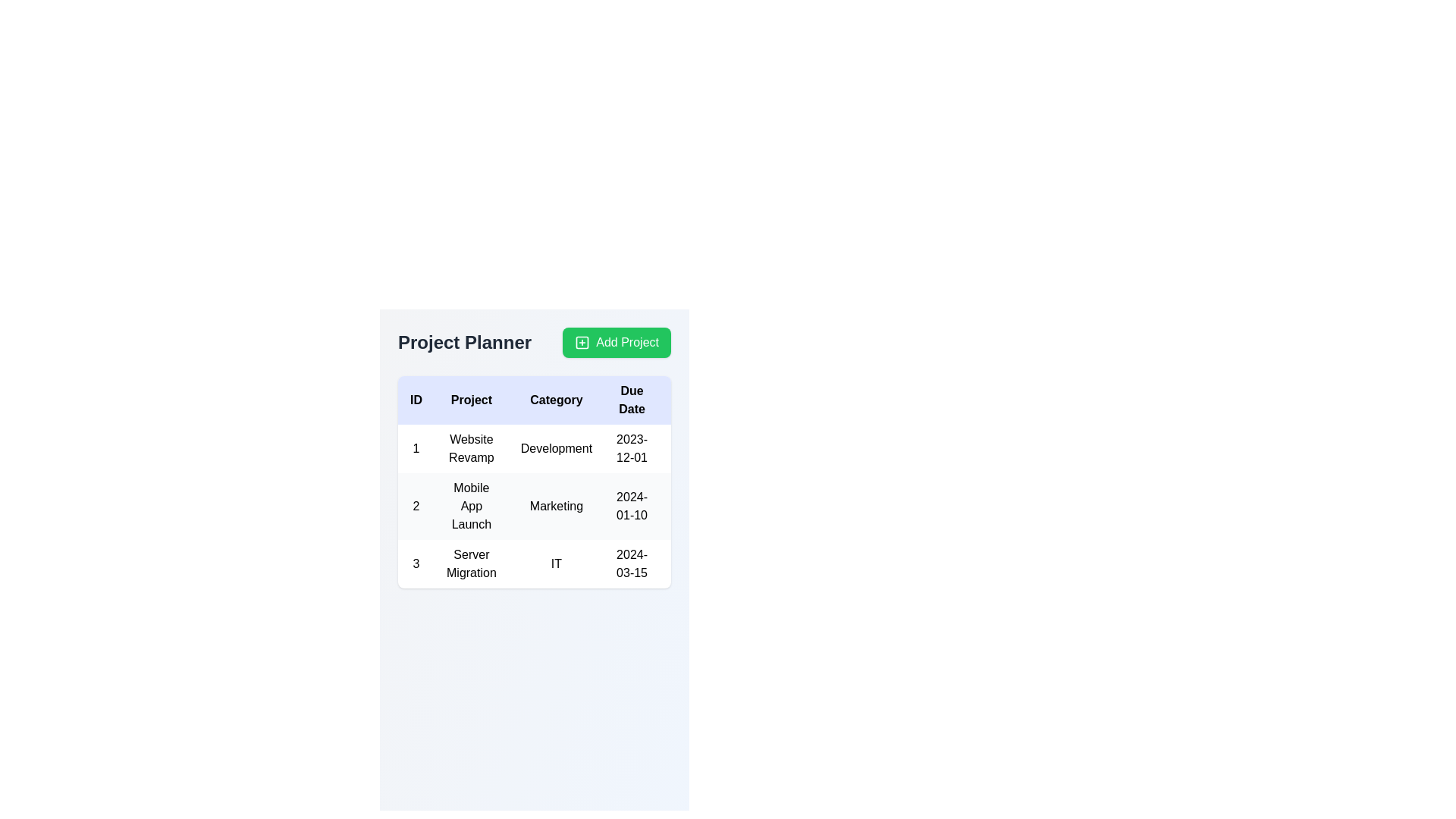  What do you see at coordinates (556, 564) in the screenshot?
I see `the text label displaying 'IT' located in the 'Category' column of the third row of the table` at bounding box center [556, 564].